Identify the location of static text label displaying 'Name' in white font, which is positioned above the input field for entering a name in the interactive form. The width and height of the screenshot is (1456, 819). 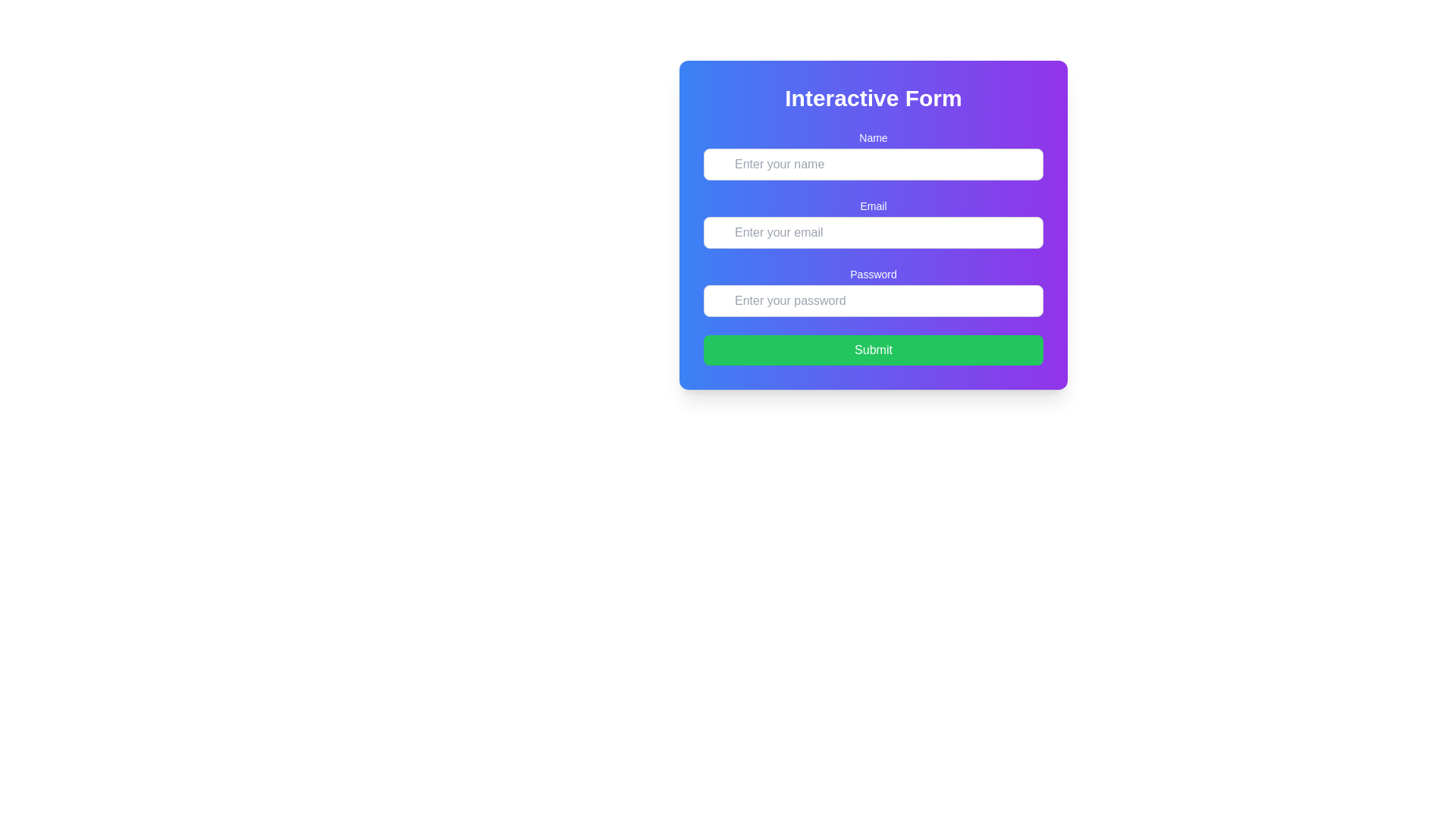
(874, 137).